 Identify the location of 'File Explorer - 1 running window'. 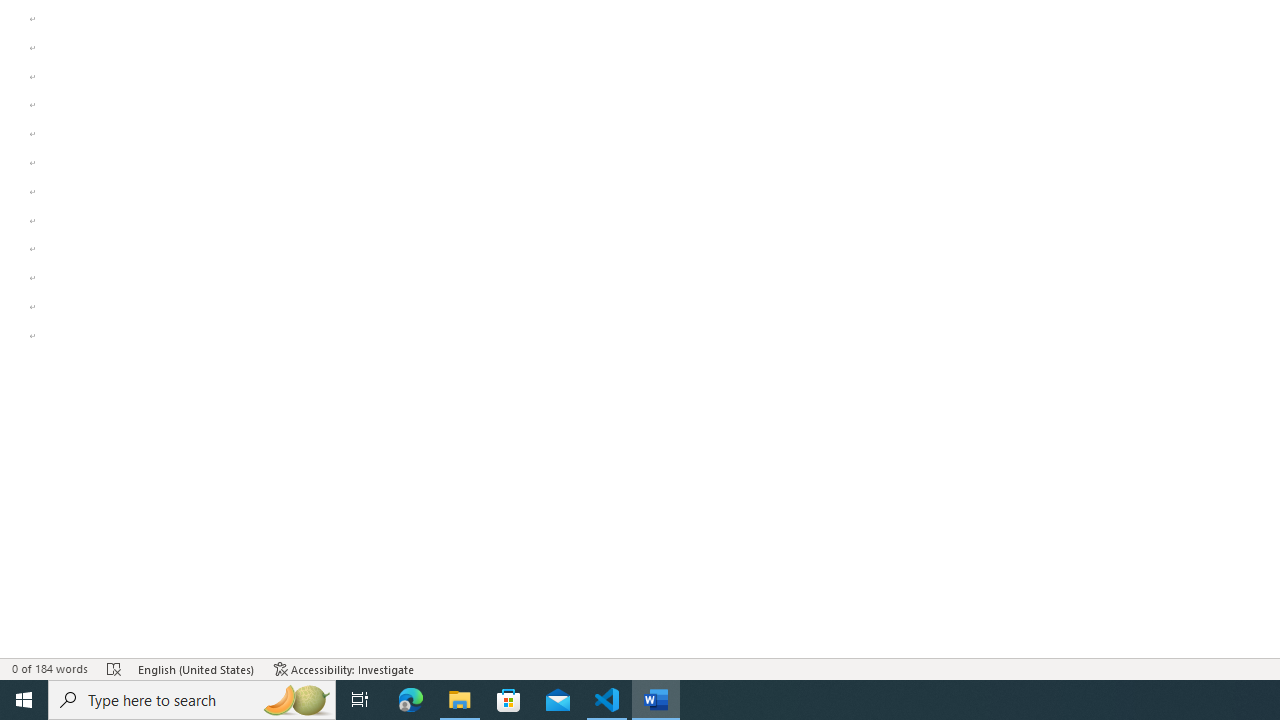
(459, 698).